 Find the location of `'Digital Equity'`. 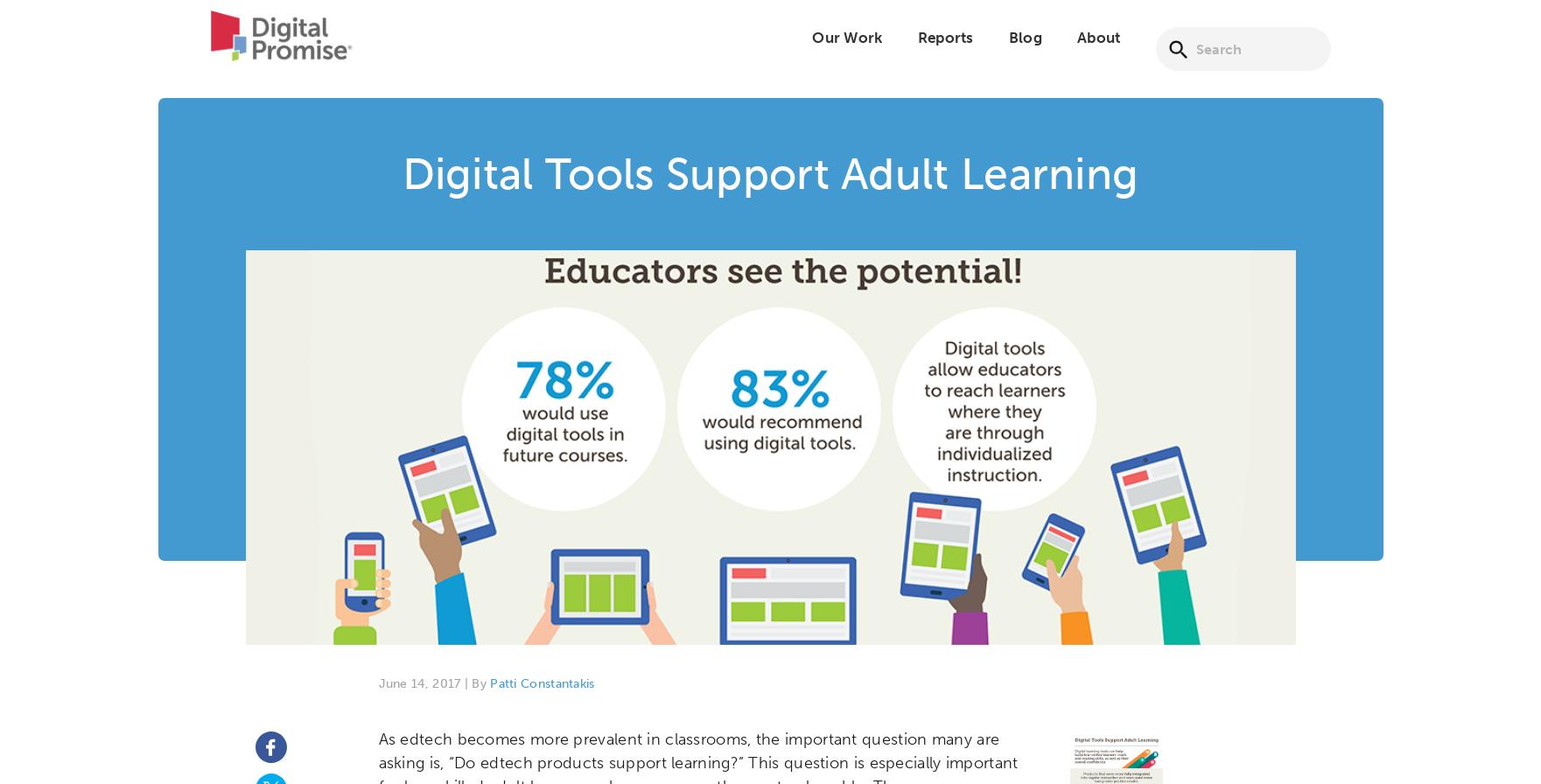

'Digital Equity' is located at coordinates (700, 64).